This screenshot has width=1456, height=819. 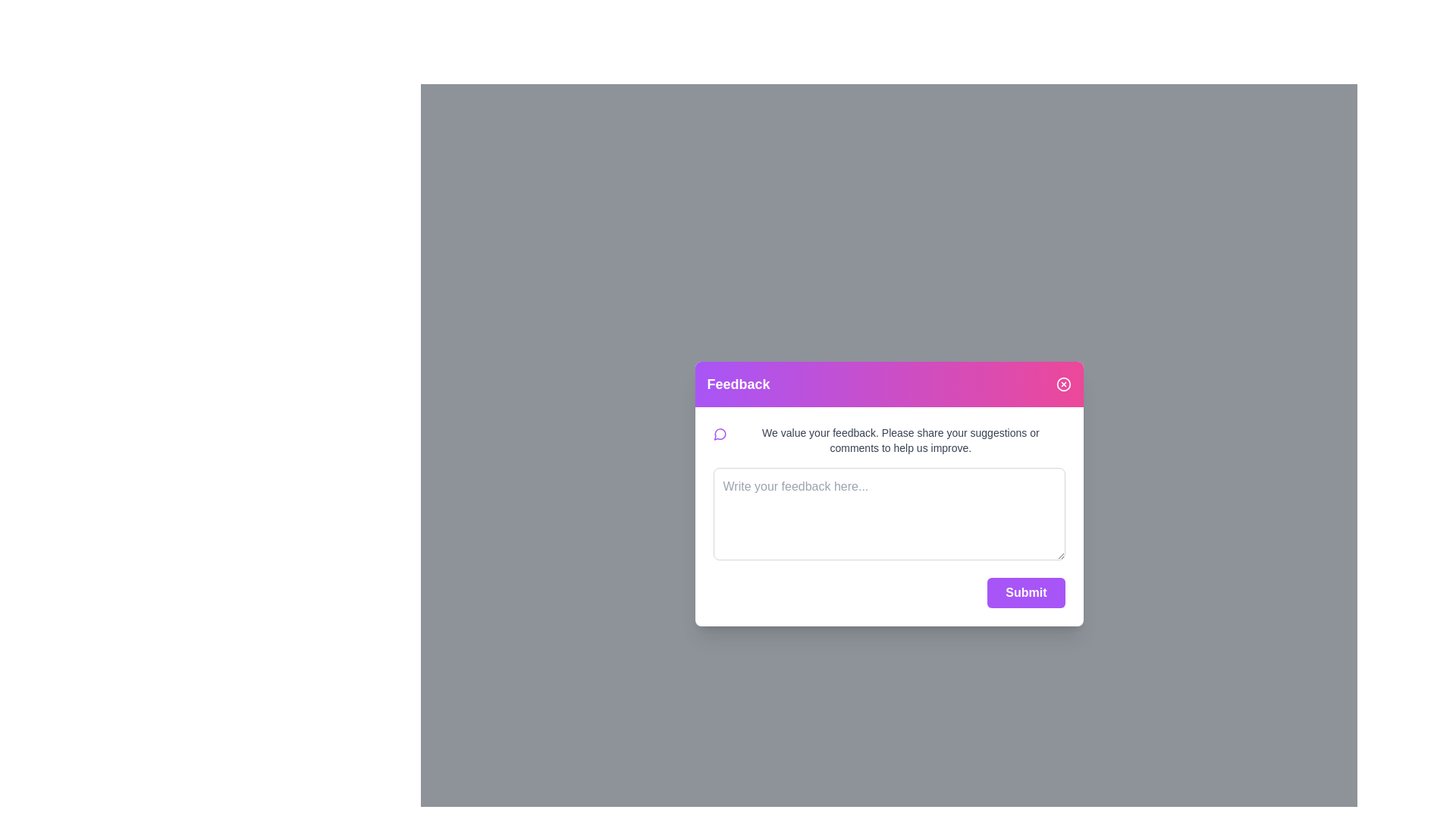 What do you see at coordinates (1026, 591) in the screenshot?
I see `the submit button to submit the feedback` at bounding box center [1026, 591].